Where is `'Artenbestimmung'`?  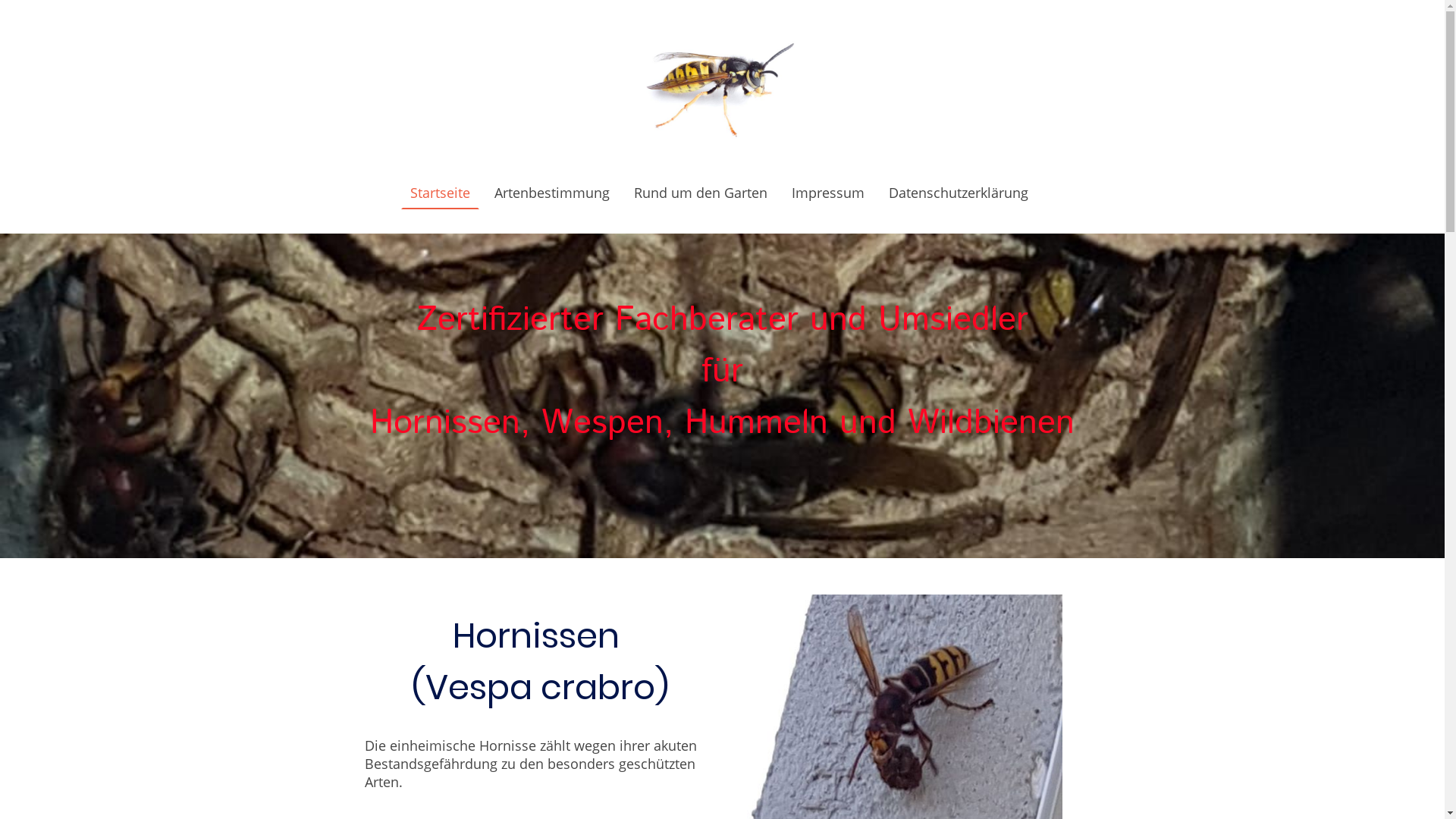
'Artenbestimmung' is located at coordinates (487, 192).